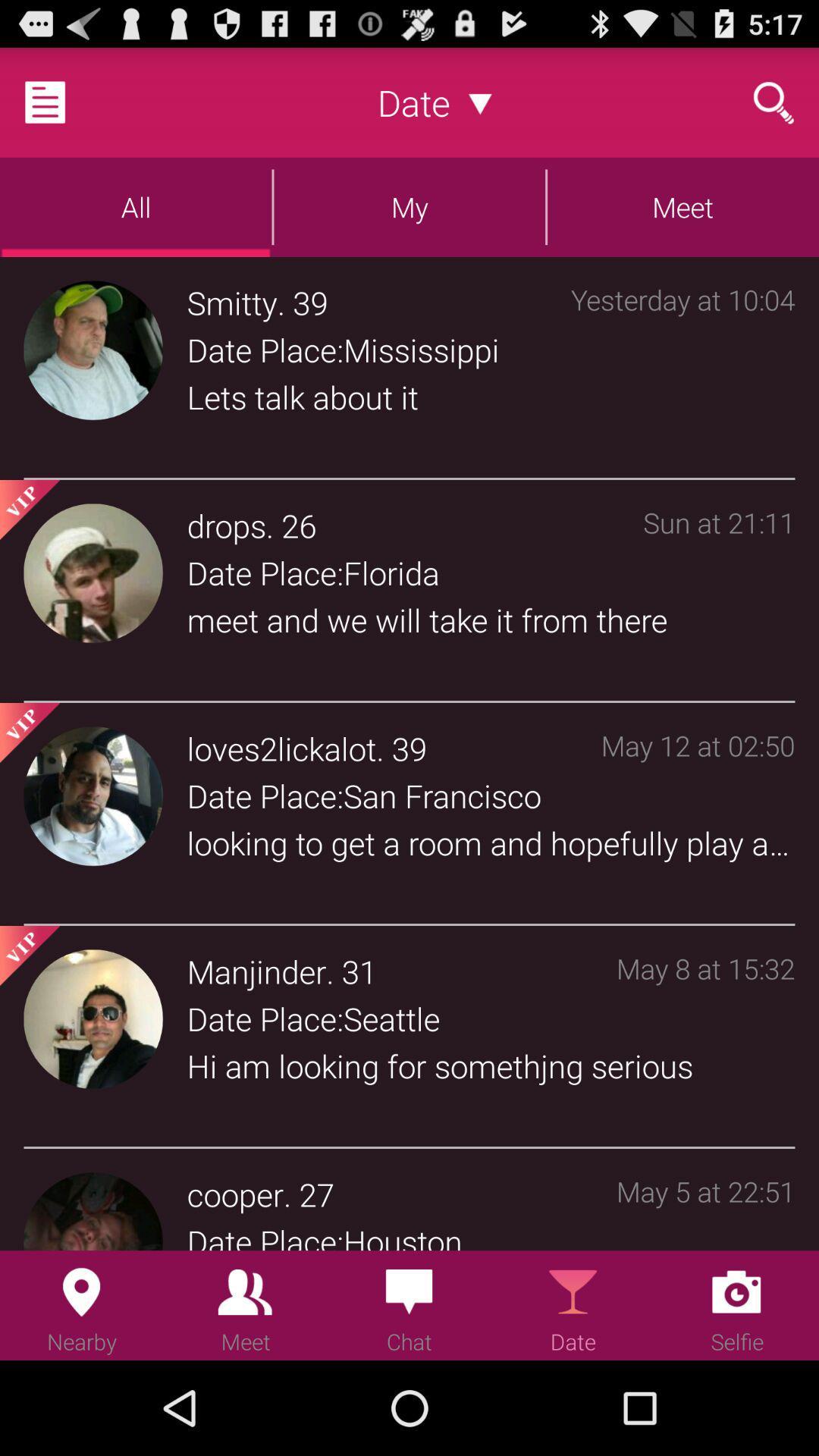 The width and height of the screenshot is (819, 1456). I want to click on copy feature, so click(63, 101).